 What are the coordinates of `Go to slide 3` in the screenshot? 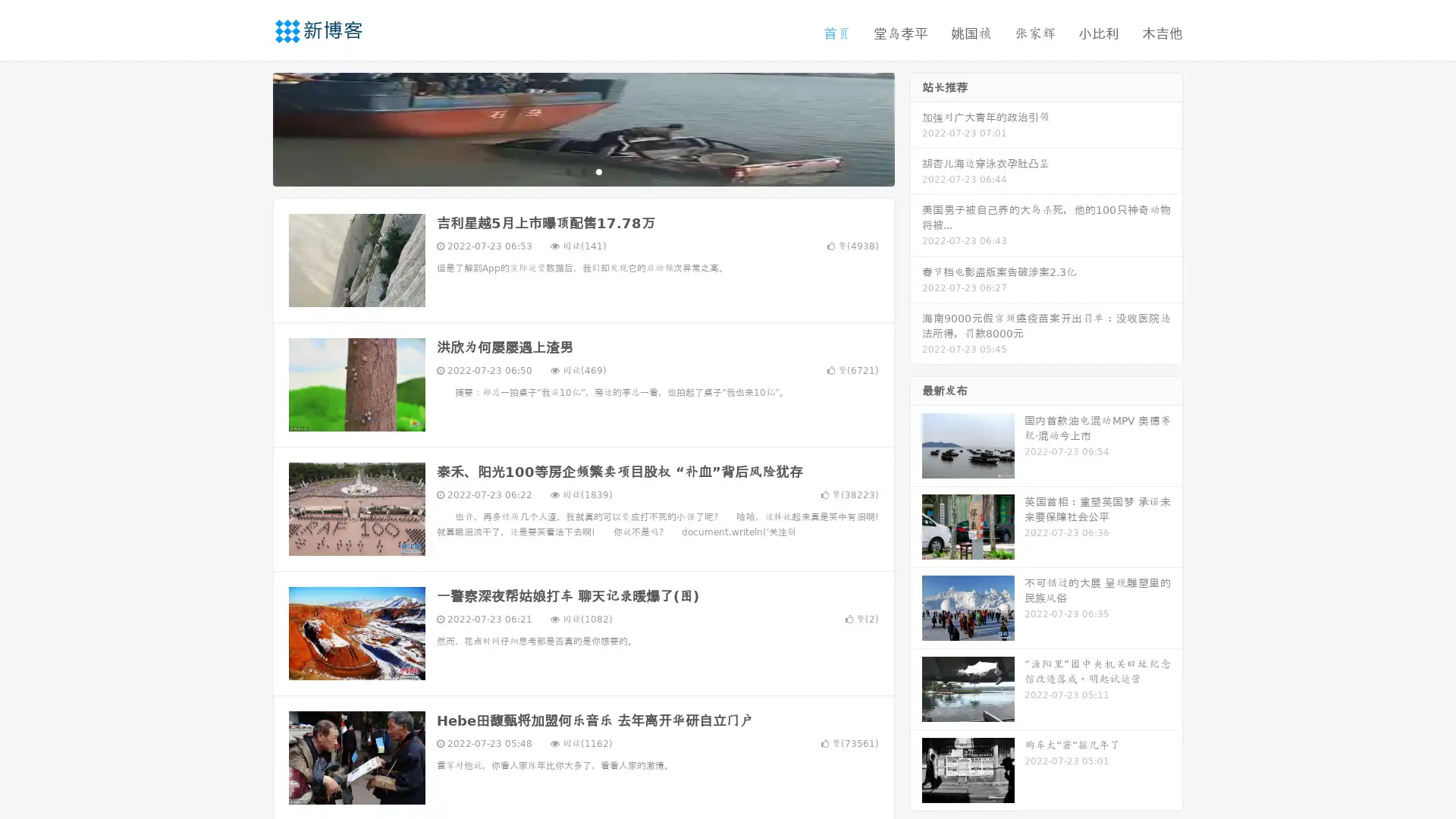 It's located at (598, 171).